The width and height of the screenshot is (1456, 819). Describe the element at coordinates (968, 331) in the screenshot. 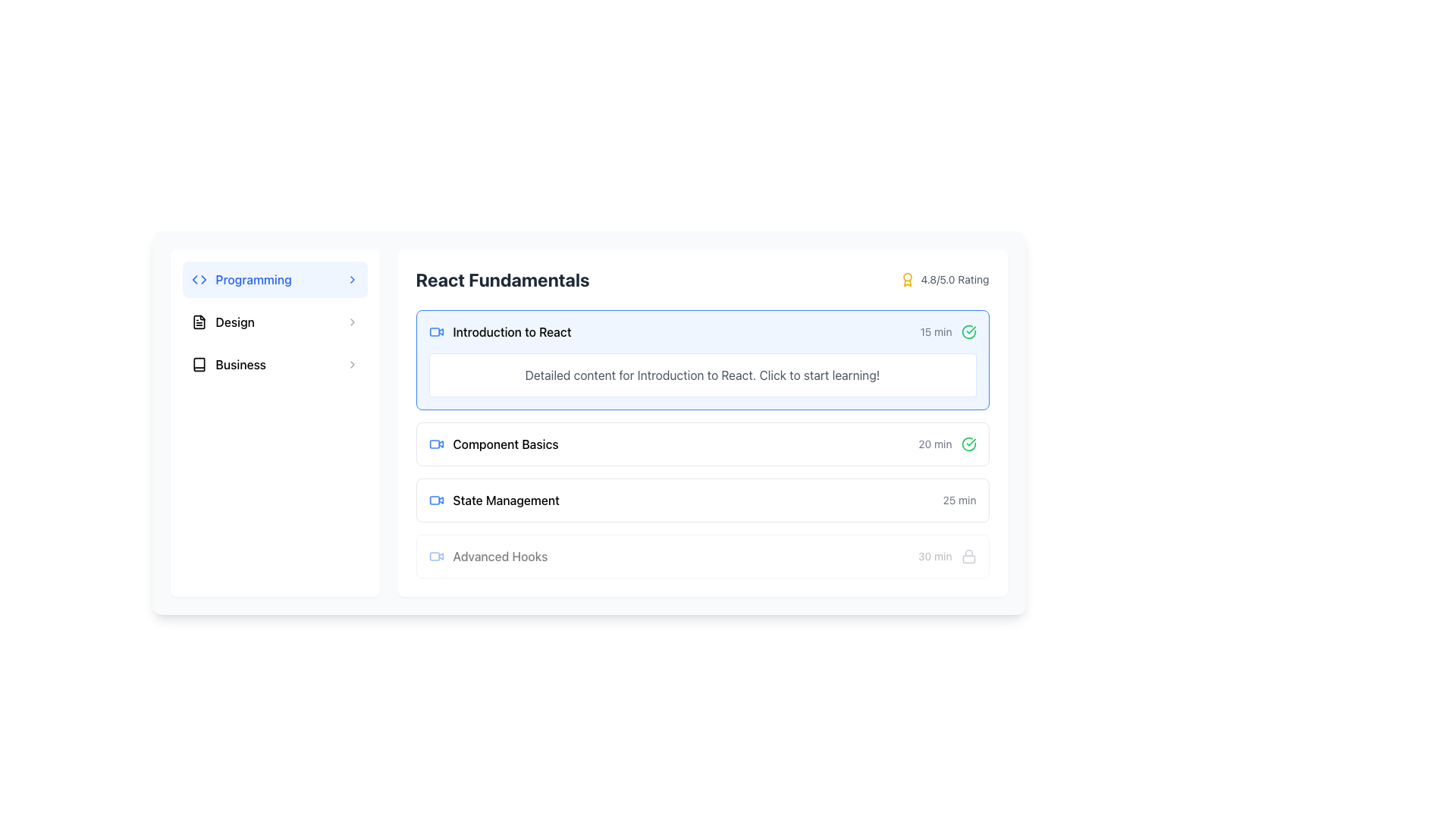

I see `the green circular check mark icon indicating completion, which is located to the far right of the '15 min' label in the same row as the course title 'Introduction to React'` at that location.